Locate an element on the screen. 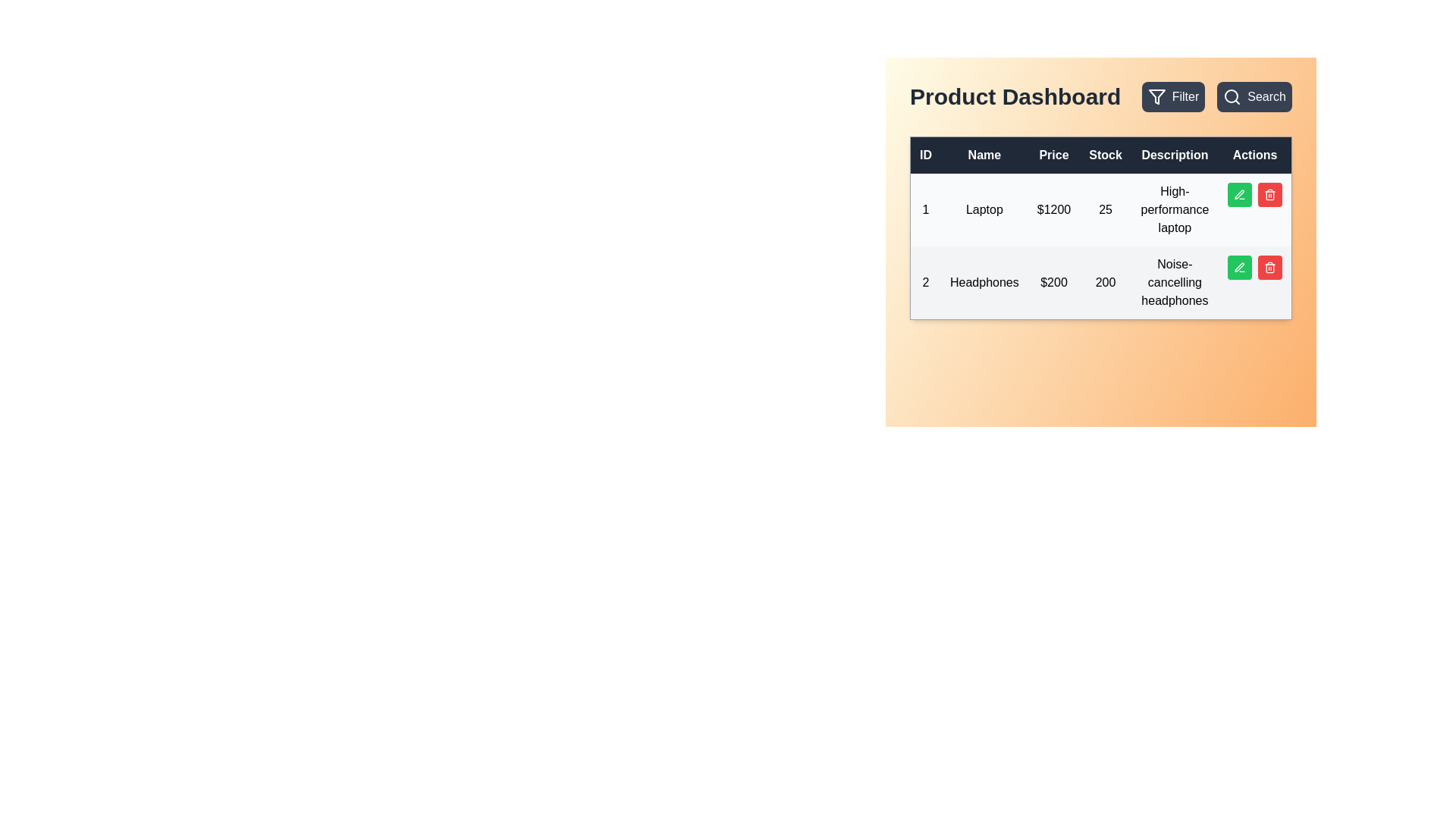 This screenshot has width=1456, height=819. the text within the 'High-performance laptop' text label located in the 'Description' column of the first row in the product data table on the 'Product Dashboard' page is located at coordinates (1174, 210).